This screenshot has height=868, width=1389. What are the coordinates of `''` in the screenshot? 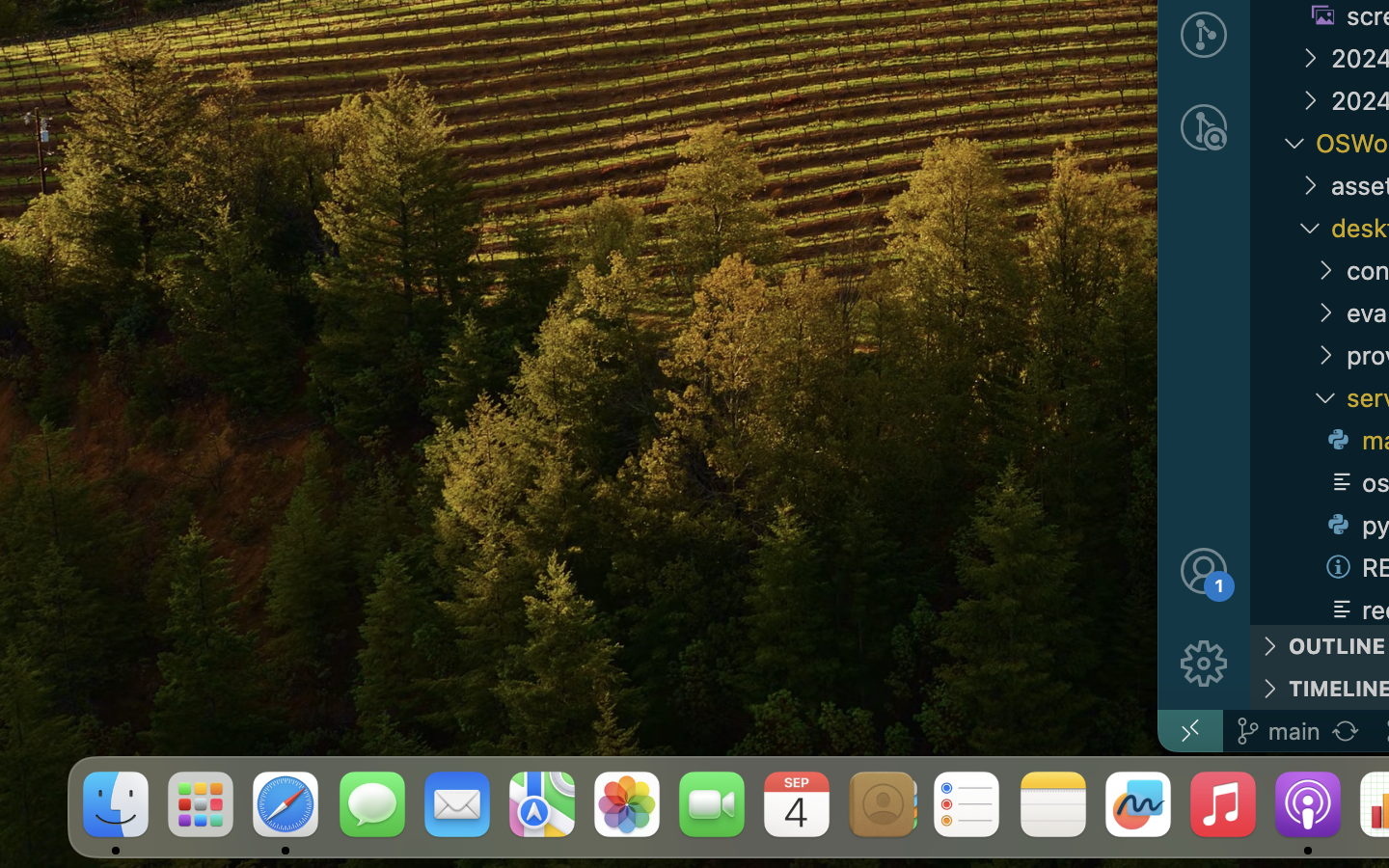 It's located at (1203, 571).